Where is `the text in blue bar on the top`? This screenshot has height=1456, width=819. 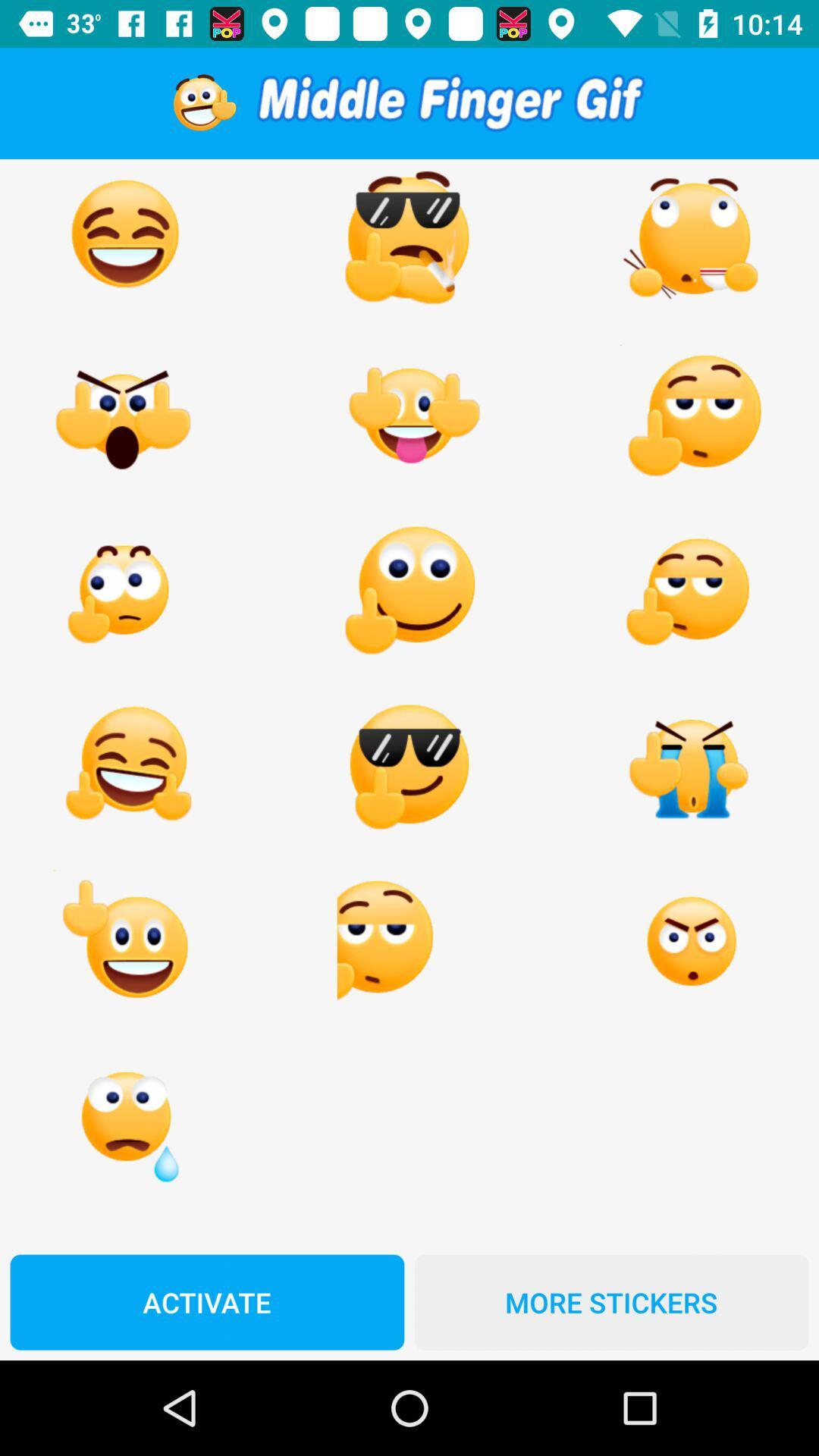 the text in blue bar on the top is located at coordinates (450, 102).